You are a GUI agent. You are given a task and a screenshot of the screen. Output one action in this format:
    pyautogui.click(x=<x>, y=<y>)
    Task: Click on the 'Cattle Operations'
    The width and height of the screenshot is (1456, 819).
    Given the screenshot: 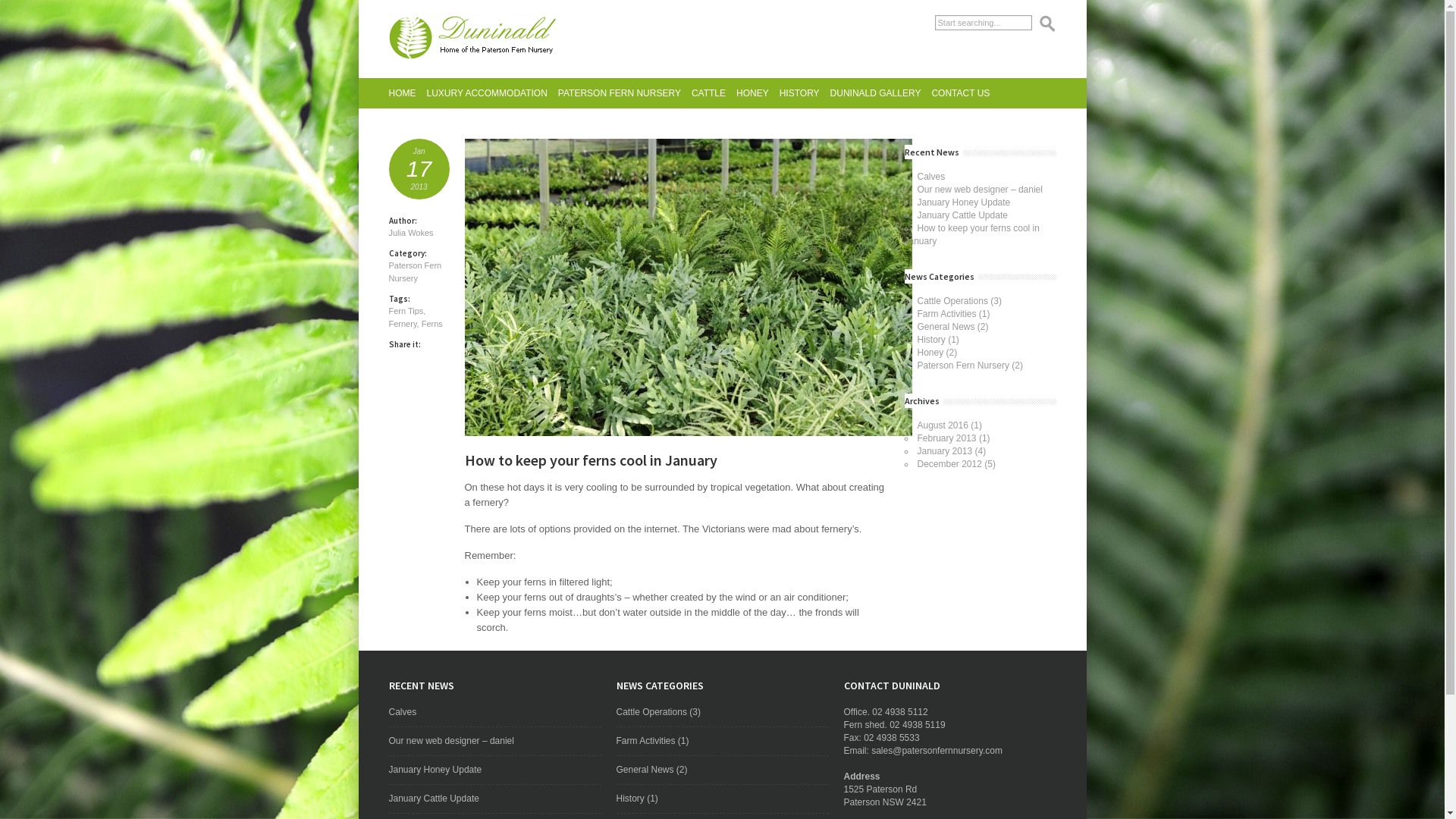 What is the action you would take?
    pyautogui.click(x=615, y=711)
    